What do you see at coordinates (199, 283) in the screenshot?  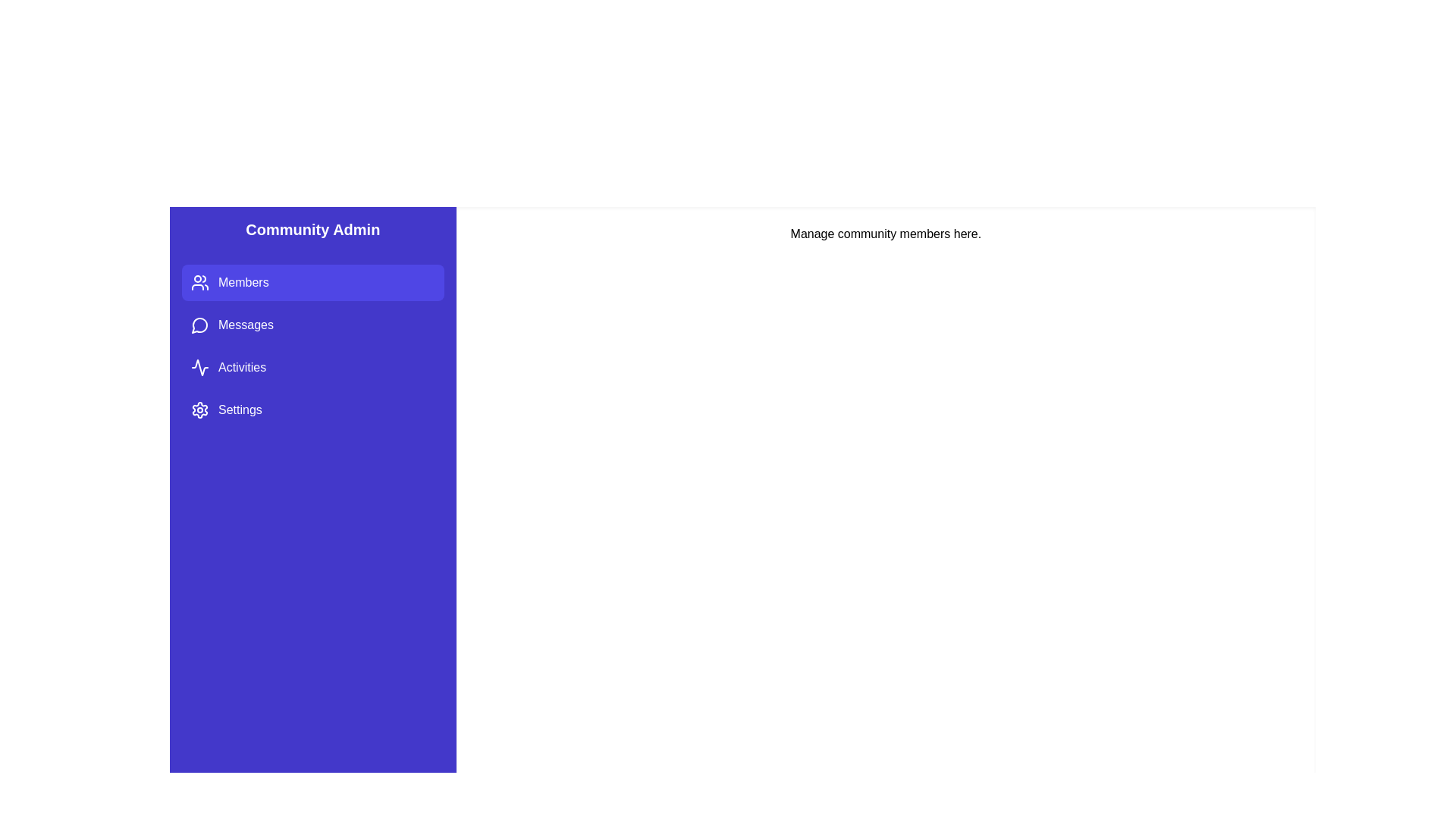 I see `the 'Members' icon located in the left-side navigation panel, which visually represents the Members section and is positioned above the other icons for Messages, Activities, and Settings` at bounding box center [199, 283].